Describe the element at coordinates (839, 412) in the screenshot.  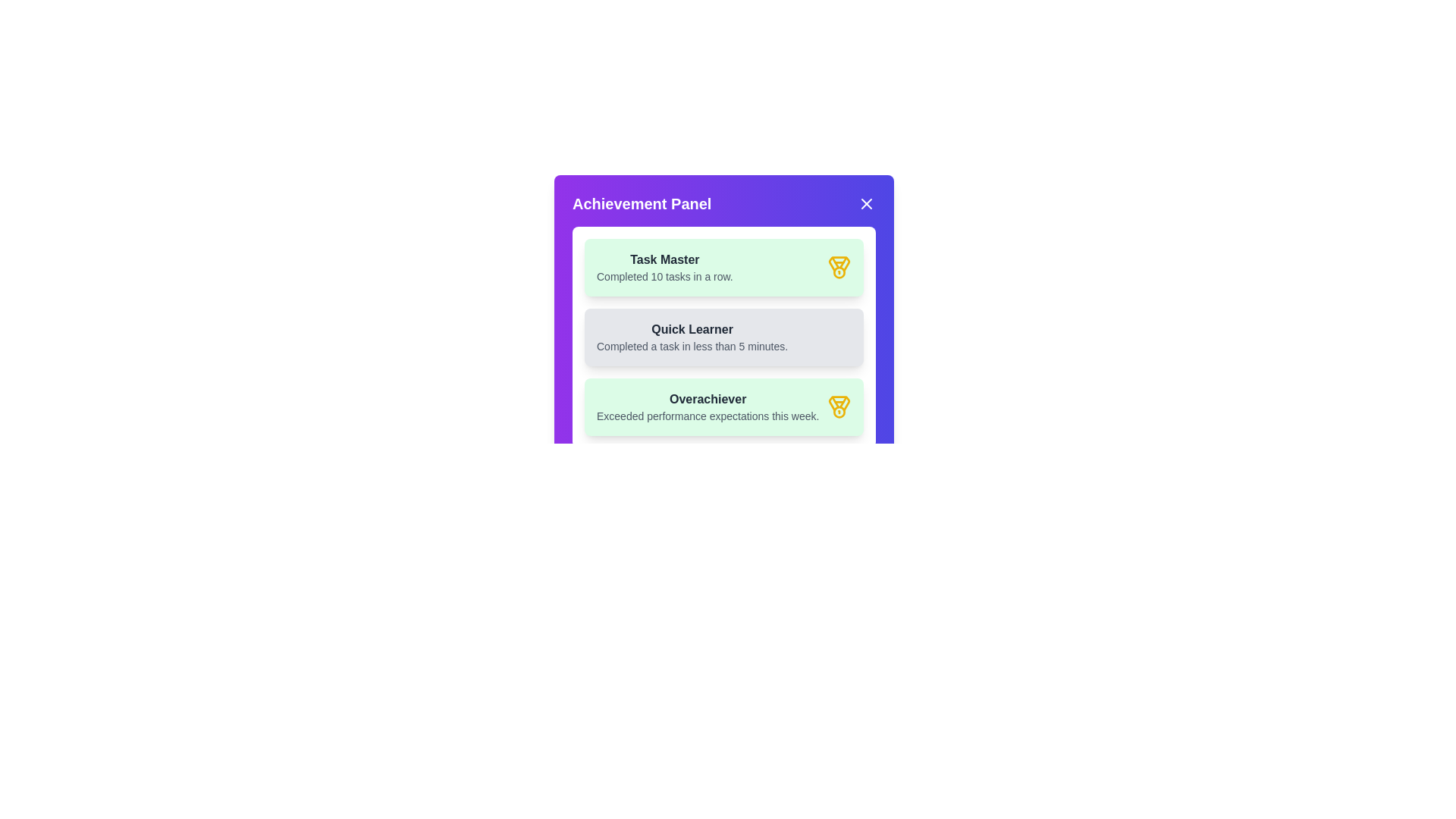
I see `the central circular part of the medal graphic in the 'Overachiever' achievement item located in the 'Achievement Panel'` at that location.